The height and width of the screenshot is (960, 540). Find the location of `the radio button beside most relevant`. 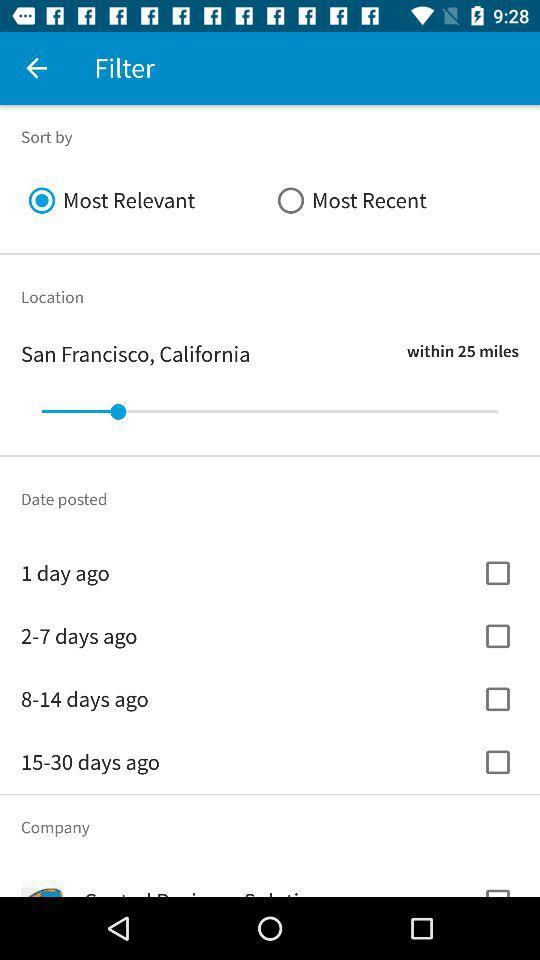

the radio button beside most relevant is located at coordinates (394, 201).